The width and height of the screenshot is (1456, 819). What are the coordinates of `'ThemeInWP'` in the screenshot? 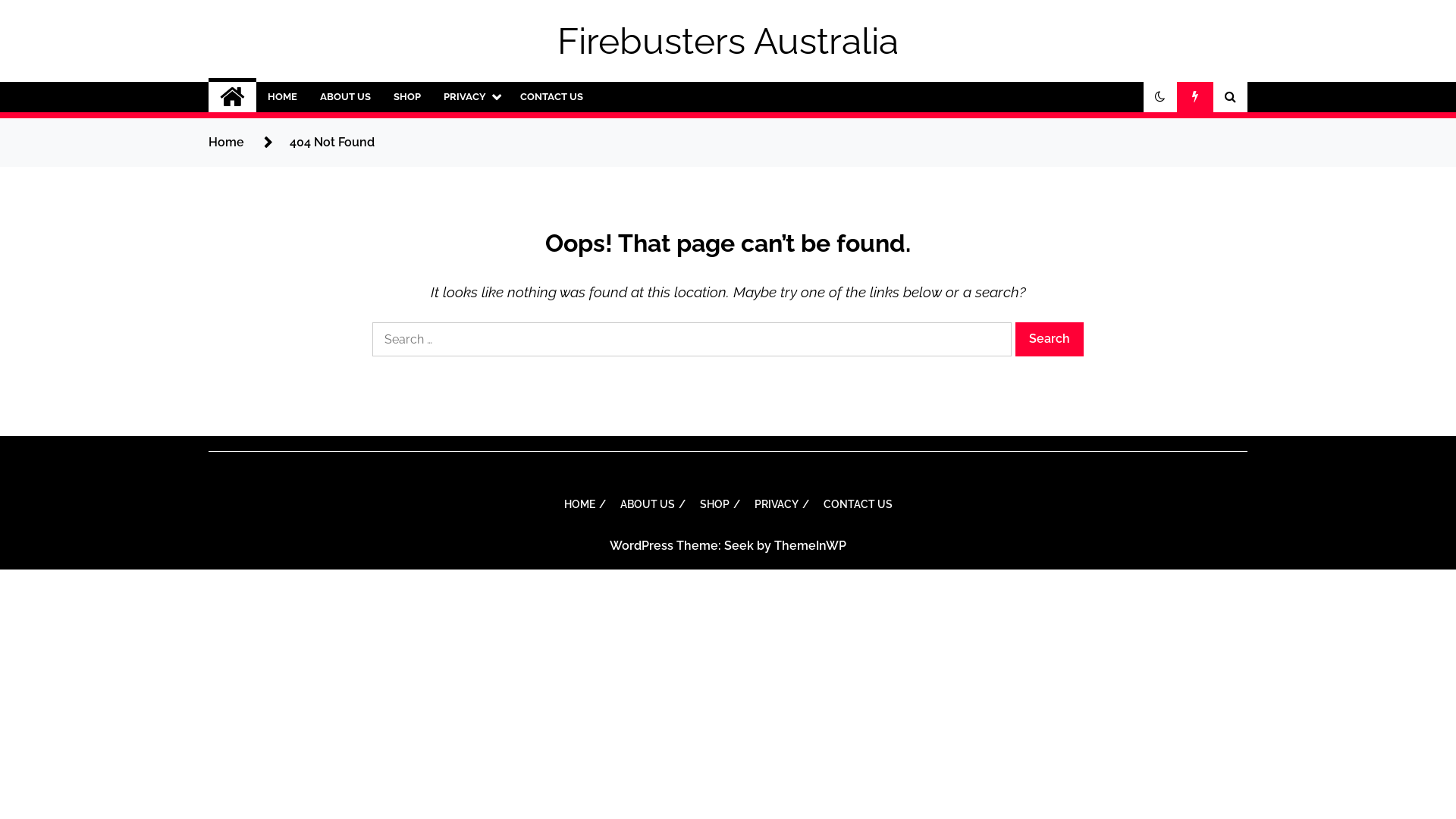 It's located at (809, 544).